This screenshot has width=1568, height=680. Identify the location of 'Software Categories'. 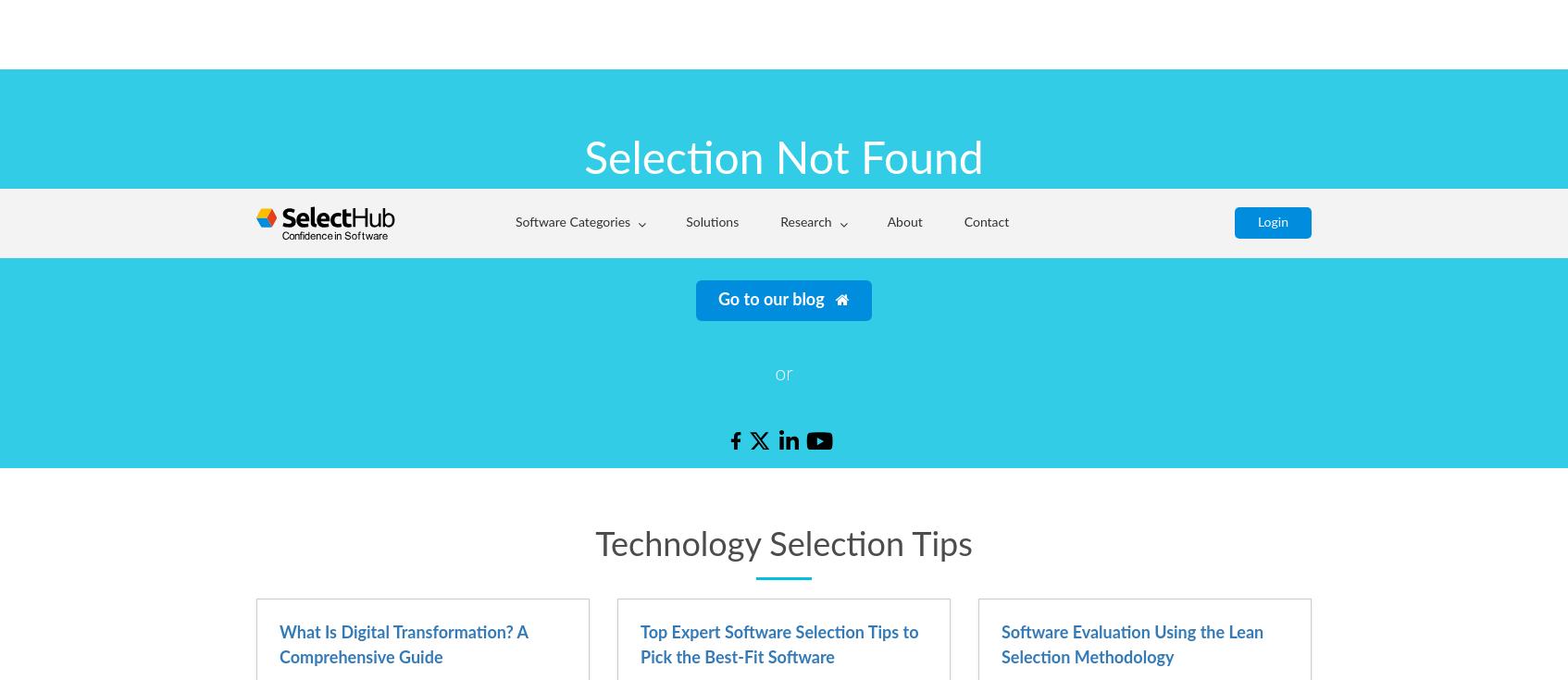
(571, 32).